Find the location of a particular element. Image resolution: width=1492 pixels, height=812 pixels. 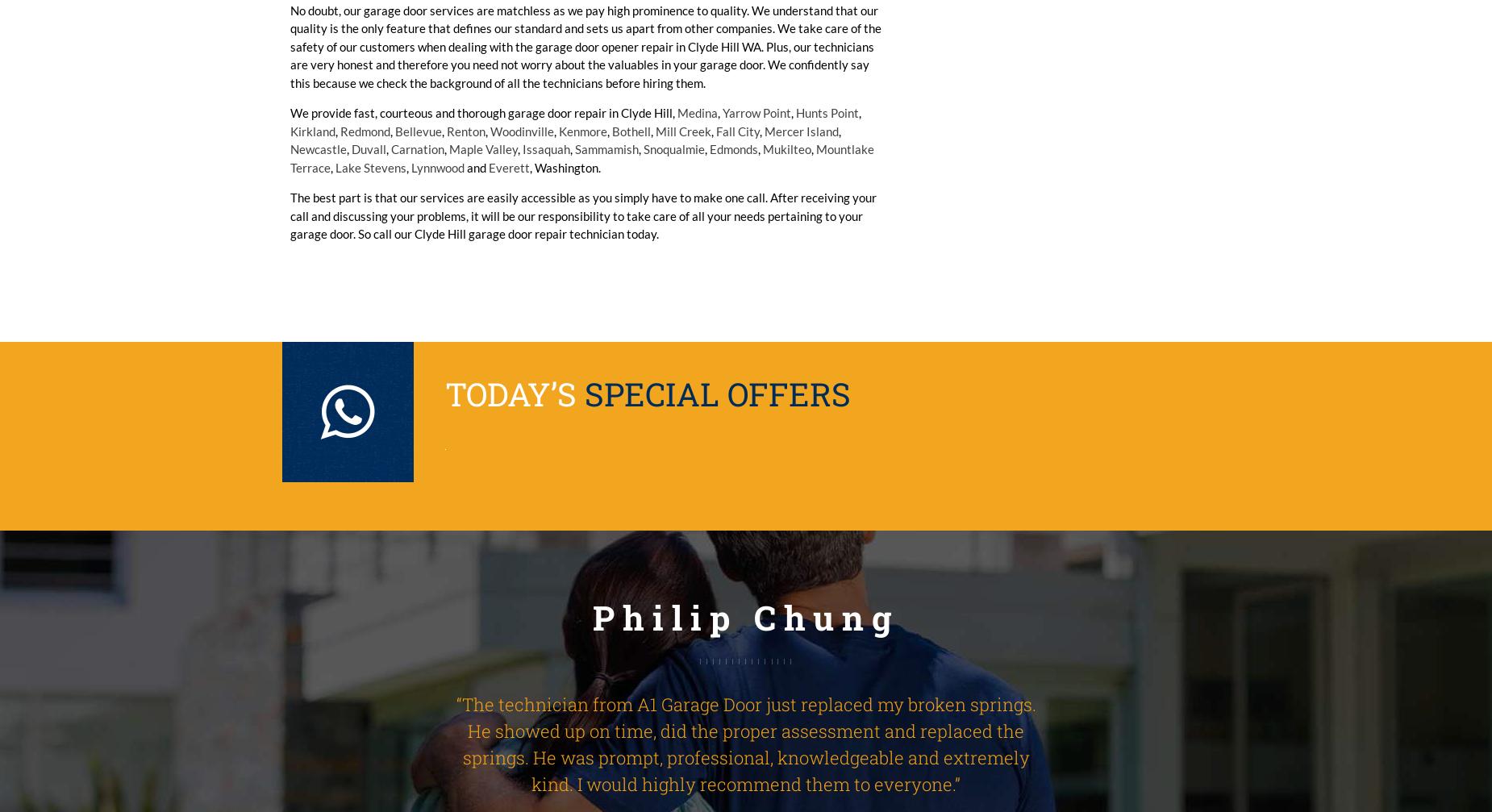

'Sammamish' is located at coordinates (606, 148).